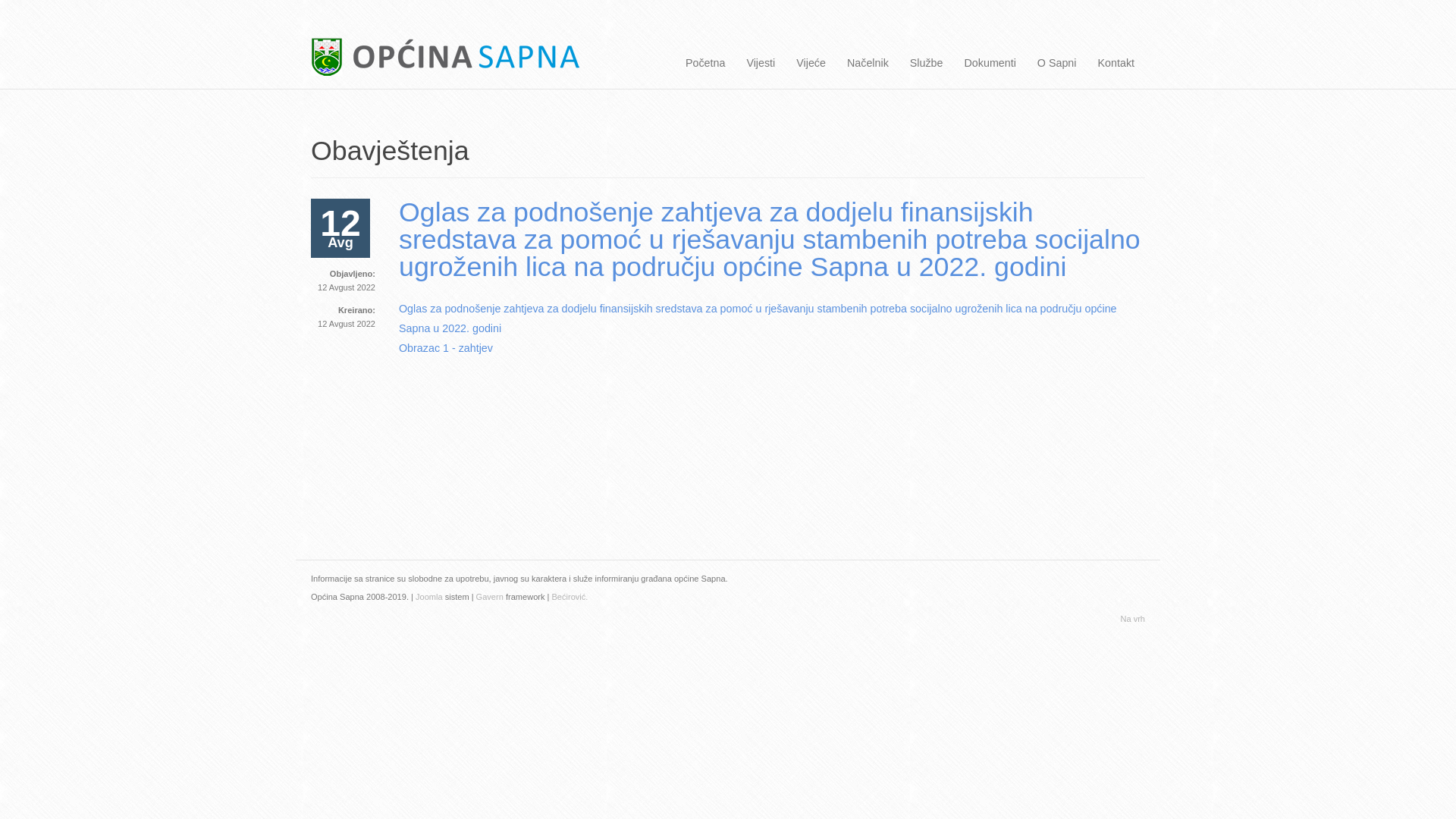 Image resolution: width=1456 pixels, height=819 pixels. Describe the element at coordinates (990, 62) in the screenshot. I see `'Dokumenti'` at that location.